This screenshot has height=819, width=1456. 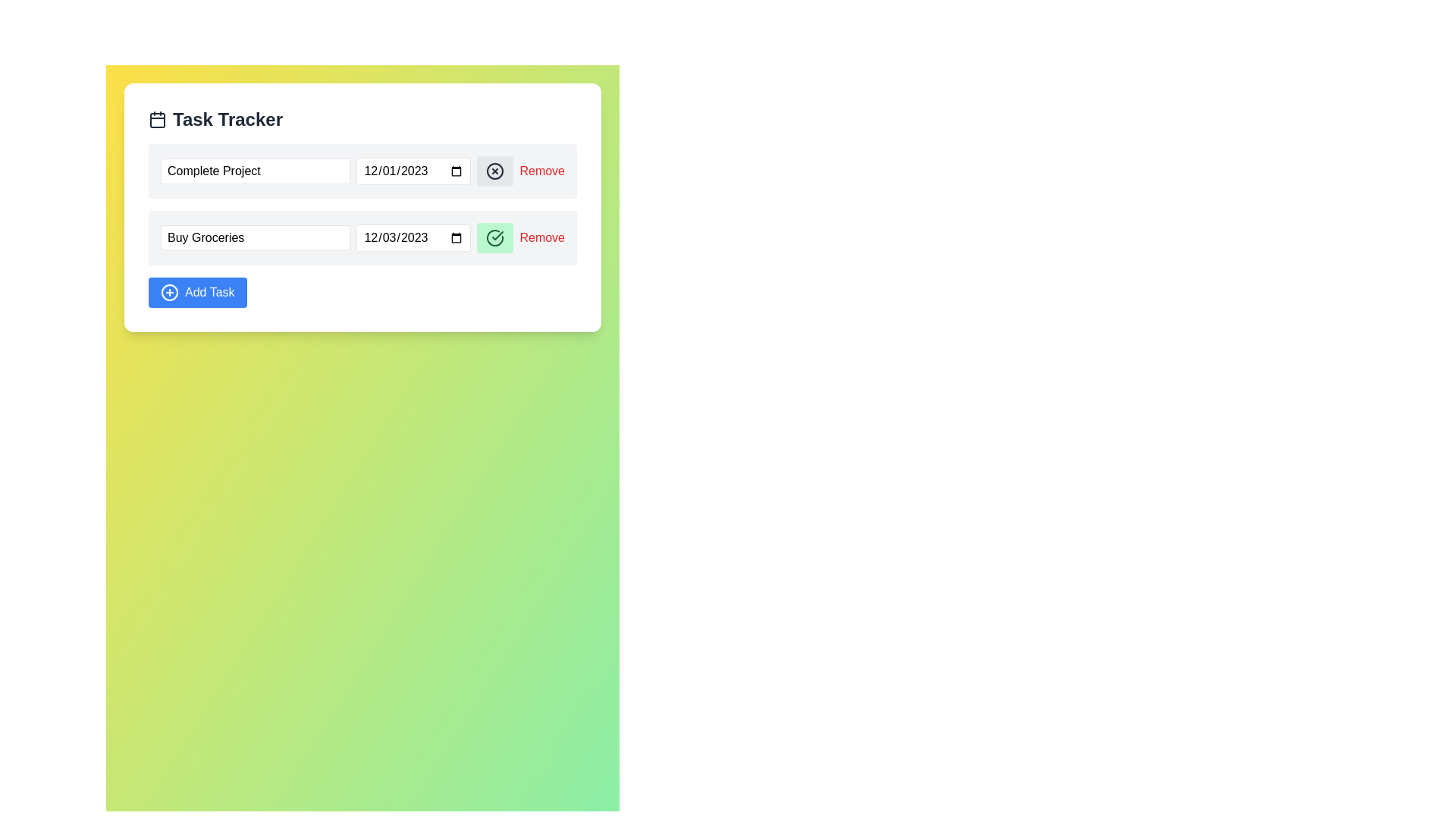 What do you see at coordinates (542, 171) in the screenshot?
I see `the bold red 'Remove' button located at the right end of the topmost task row` at bounding box center [542, 171].